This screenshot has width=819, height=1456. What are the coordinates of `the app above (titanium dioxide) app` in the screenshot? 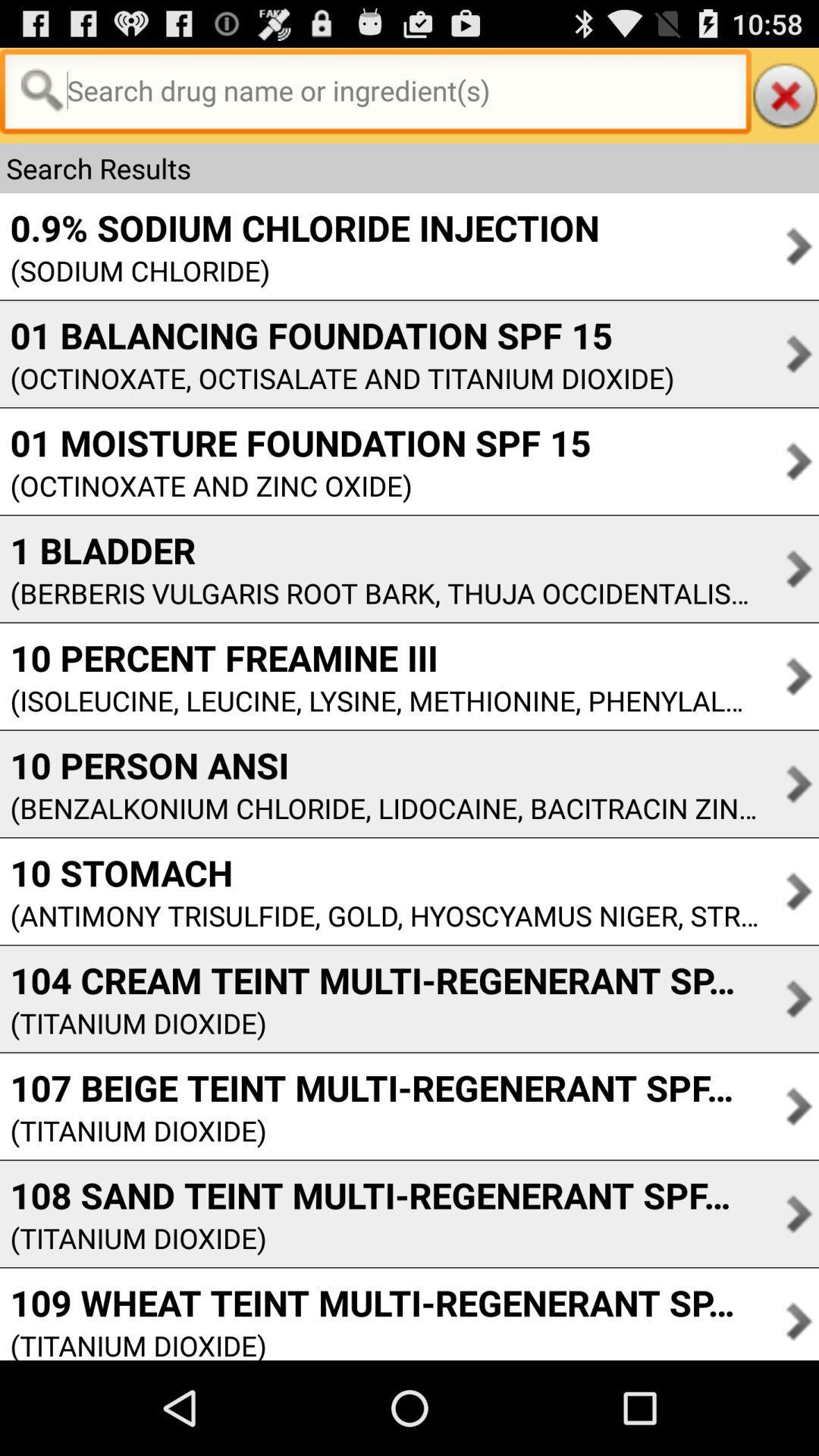 It's located at (378, 1087).